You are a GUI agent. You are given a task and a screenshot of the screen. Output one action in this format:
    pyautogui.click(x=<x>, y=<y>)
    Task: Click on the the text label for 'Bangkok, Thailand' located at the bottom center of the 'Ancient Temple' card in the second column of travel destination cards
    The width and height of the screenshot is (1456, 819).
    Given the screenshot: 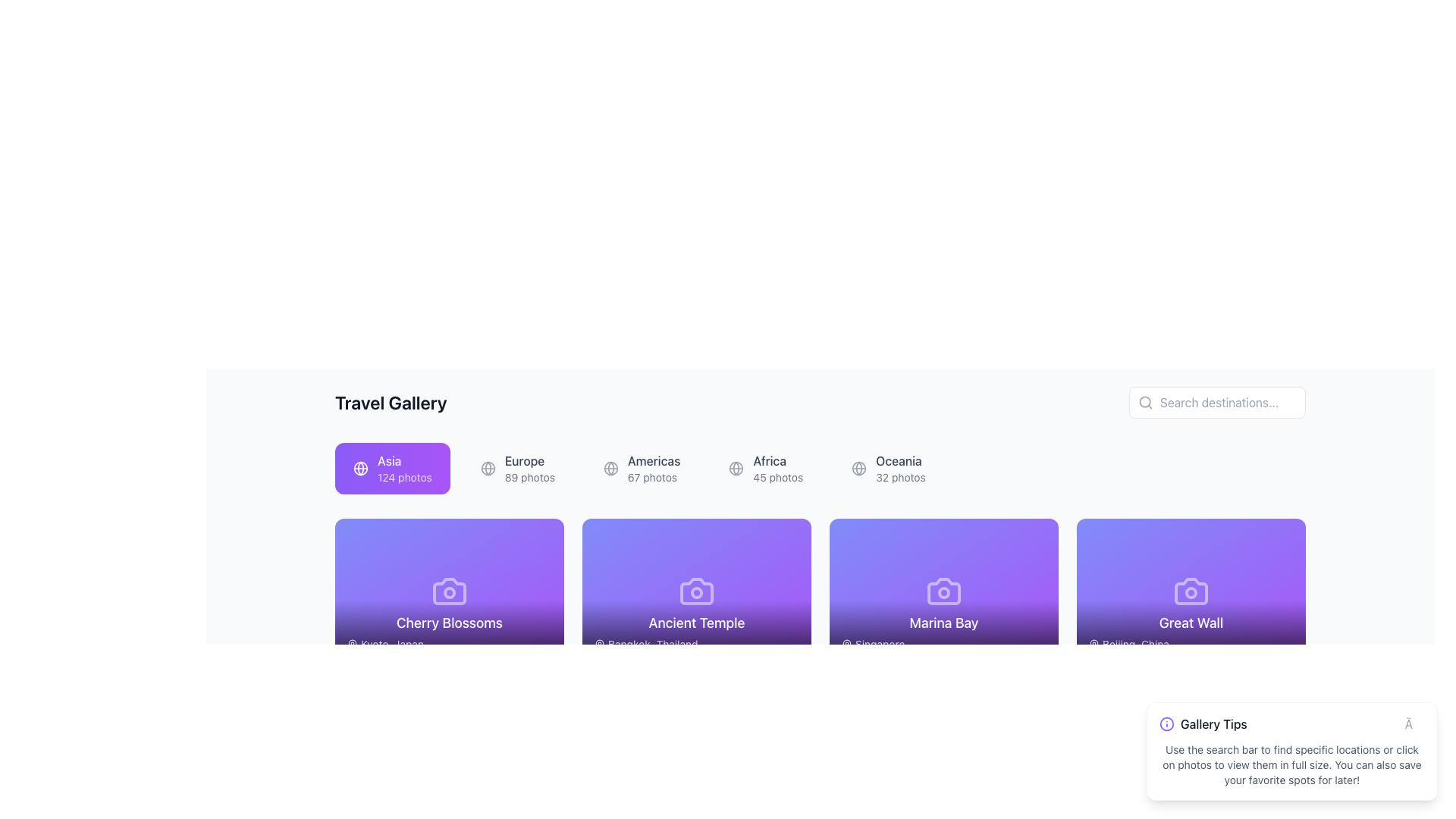 What is the action you would take?
    pyautogui.click(x=653, y=644)
    